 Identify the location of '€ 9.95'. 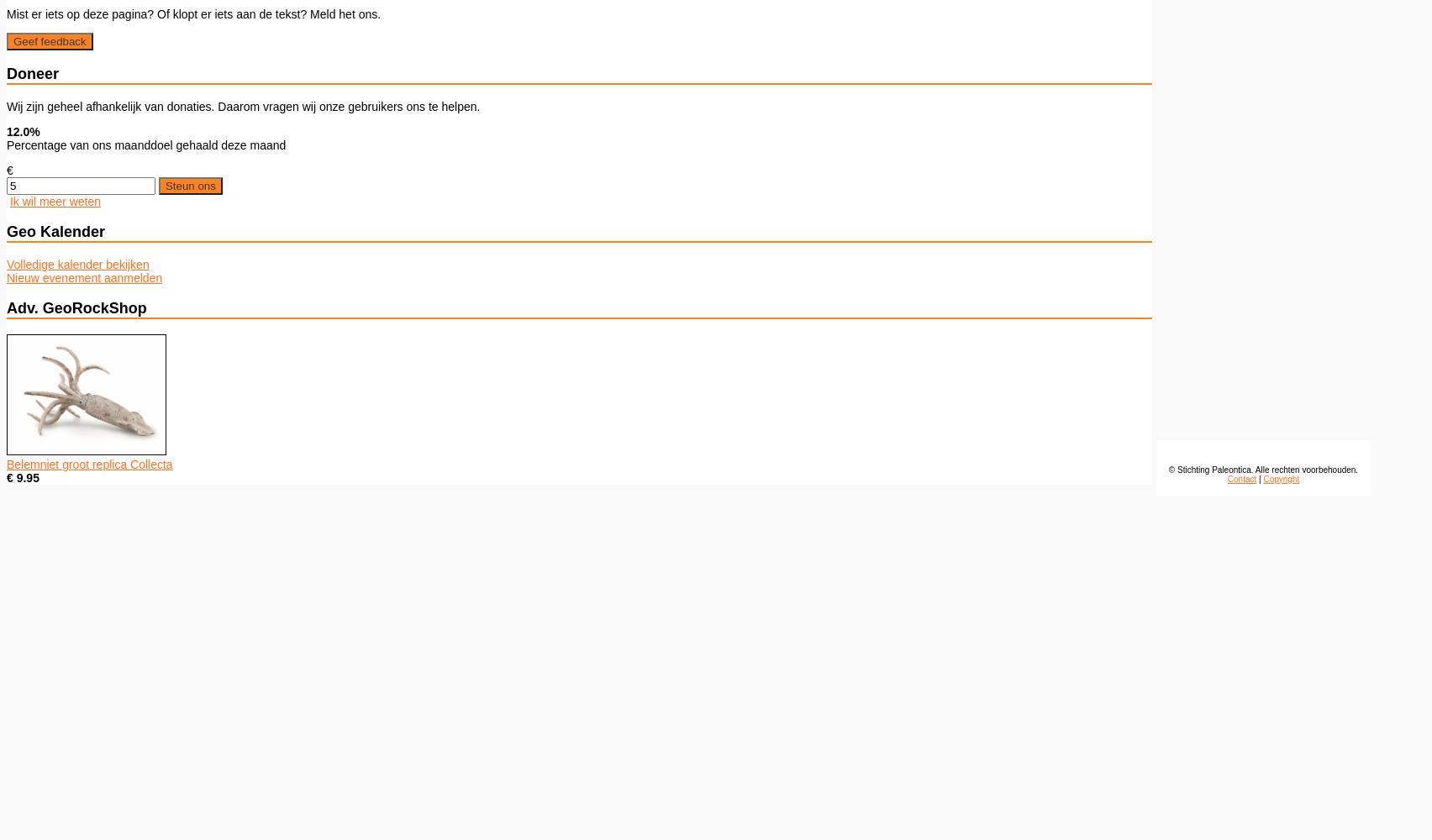
(22, 476).